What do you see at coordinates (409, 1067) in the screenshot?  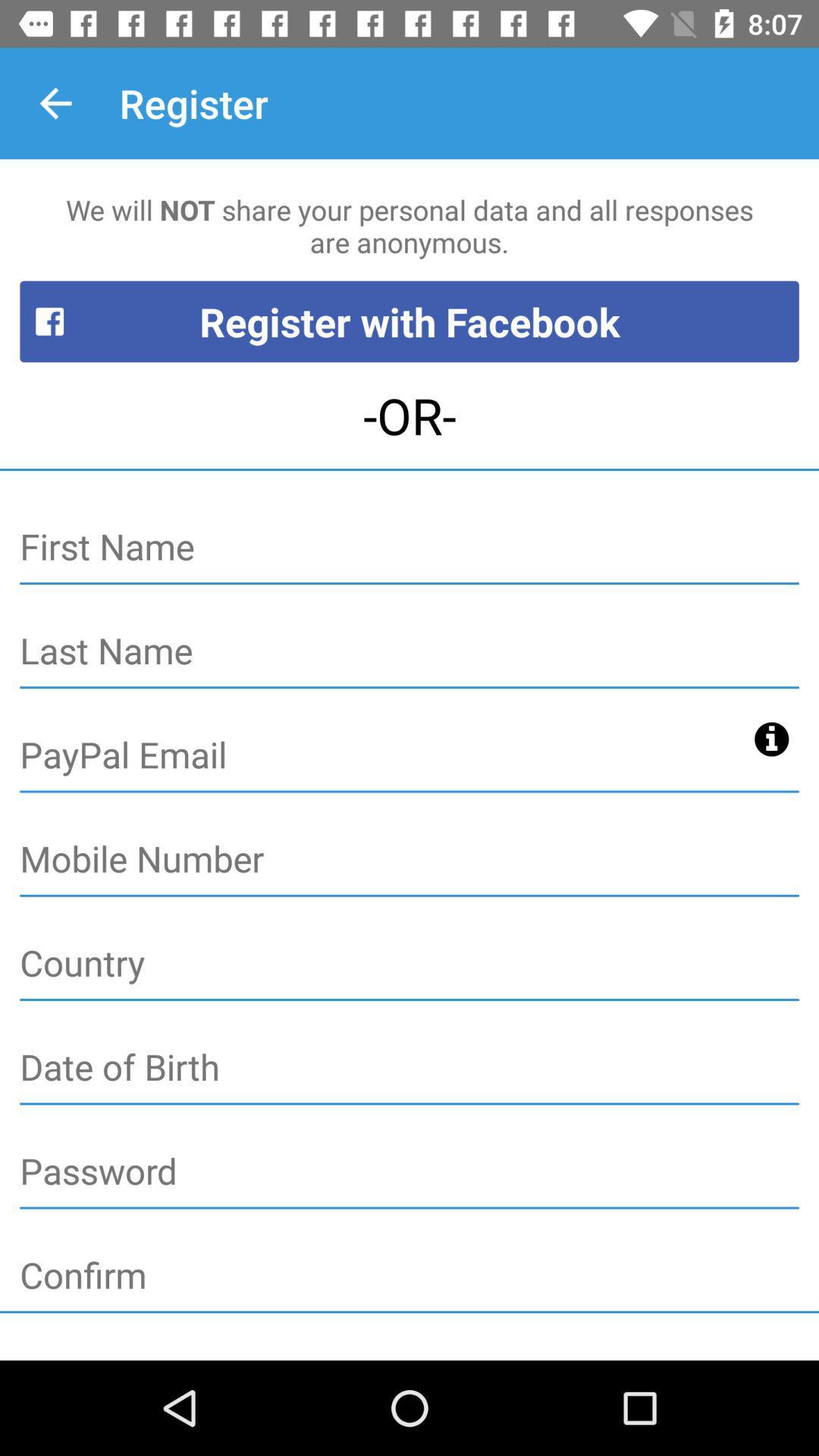 I see `date of birth` at bounding box center [409, 1067].